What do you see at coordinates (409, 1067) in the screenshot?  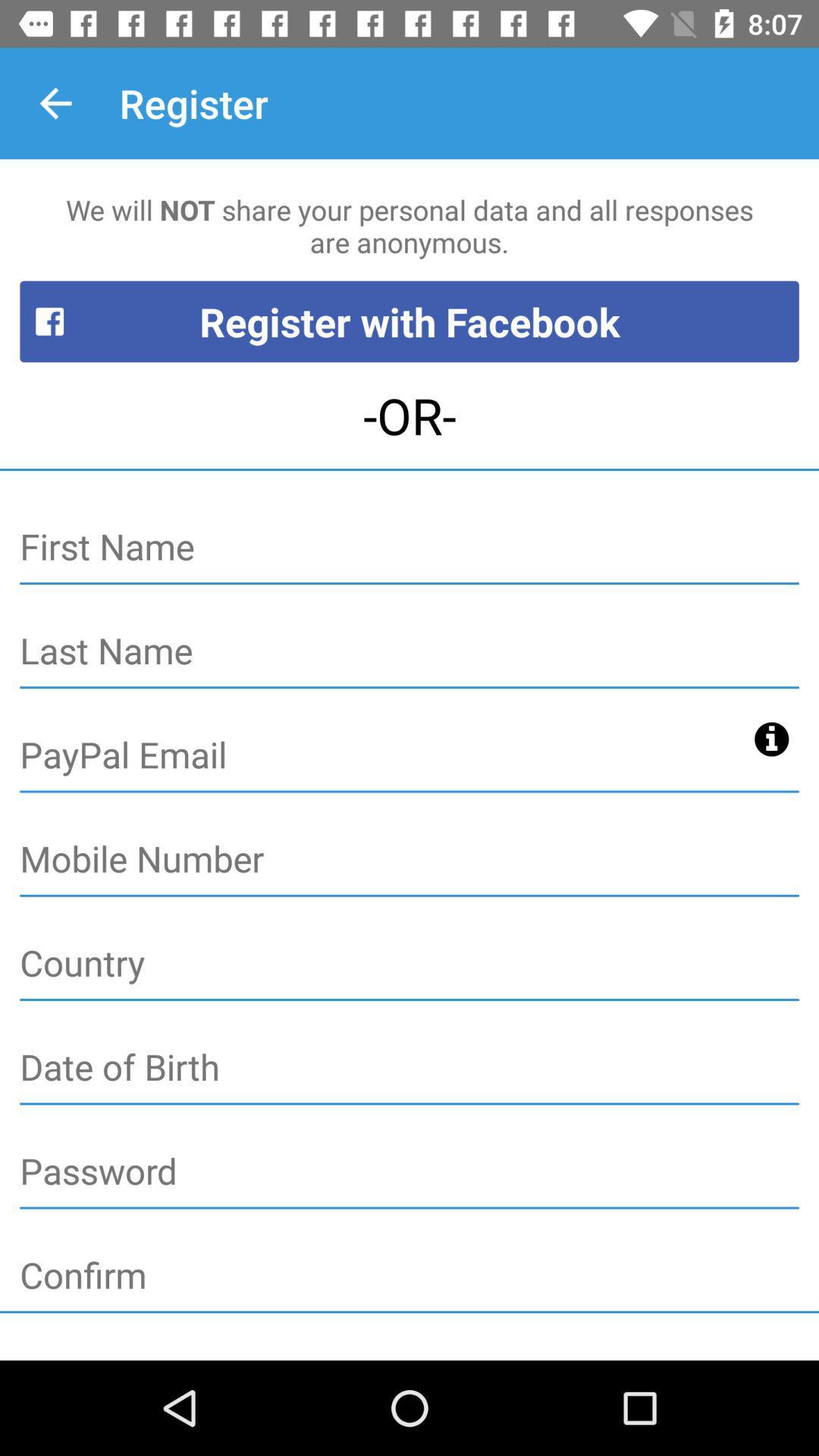 I see `date of birth` at bounding box center [409, 1067].